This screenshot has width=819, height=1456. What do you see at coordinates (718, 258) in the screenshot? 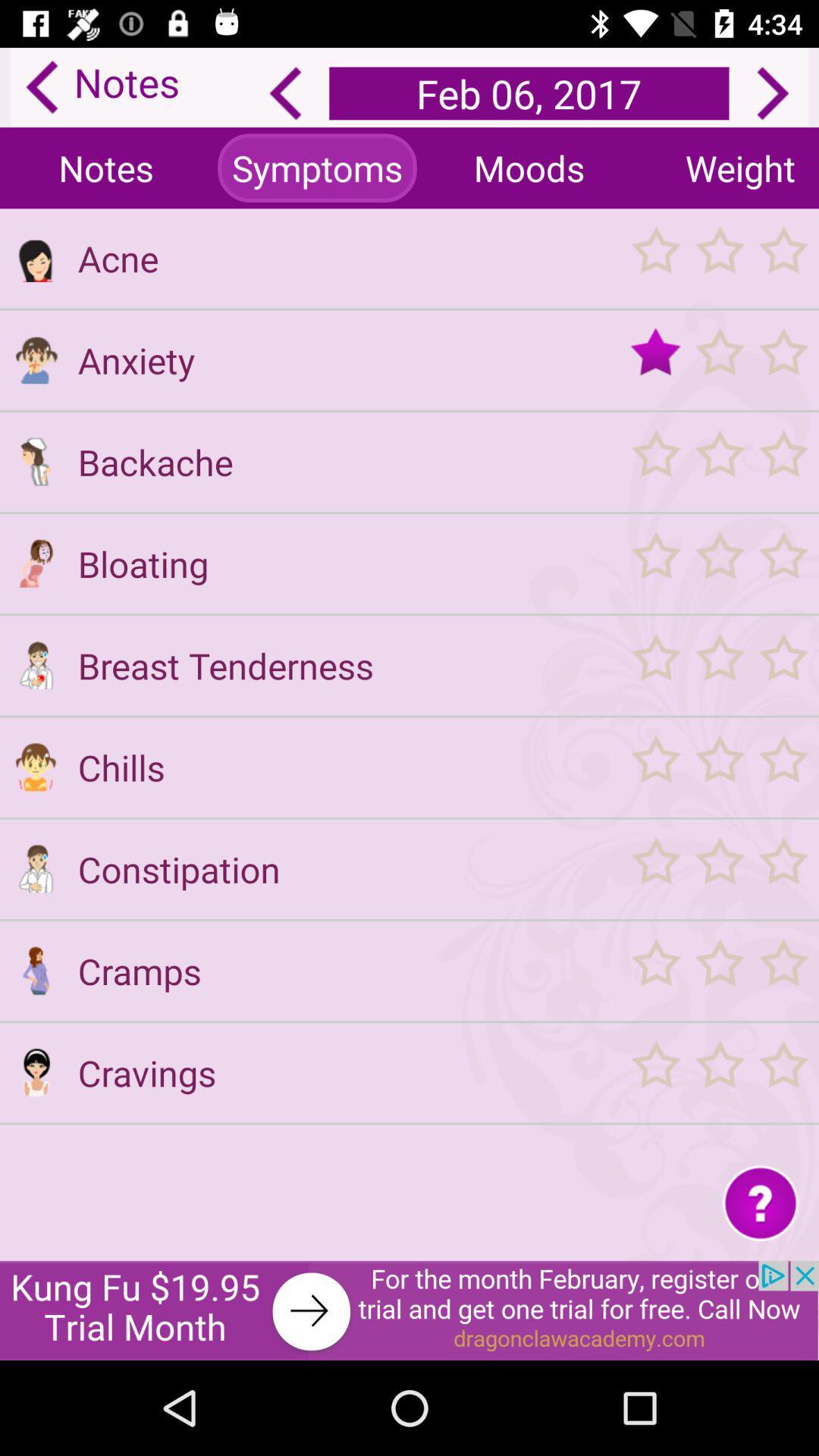
I see `rate section` at bounding box center [718, 258].